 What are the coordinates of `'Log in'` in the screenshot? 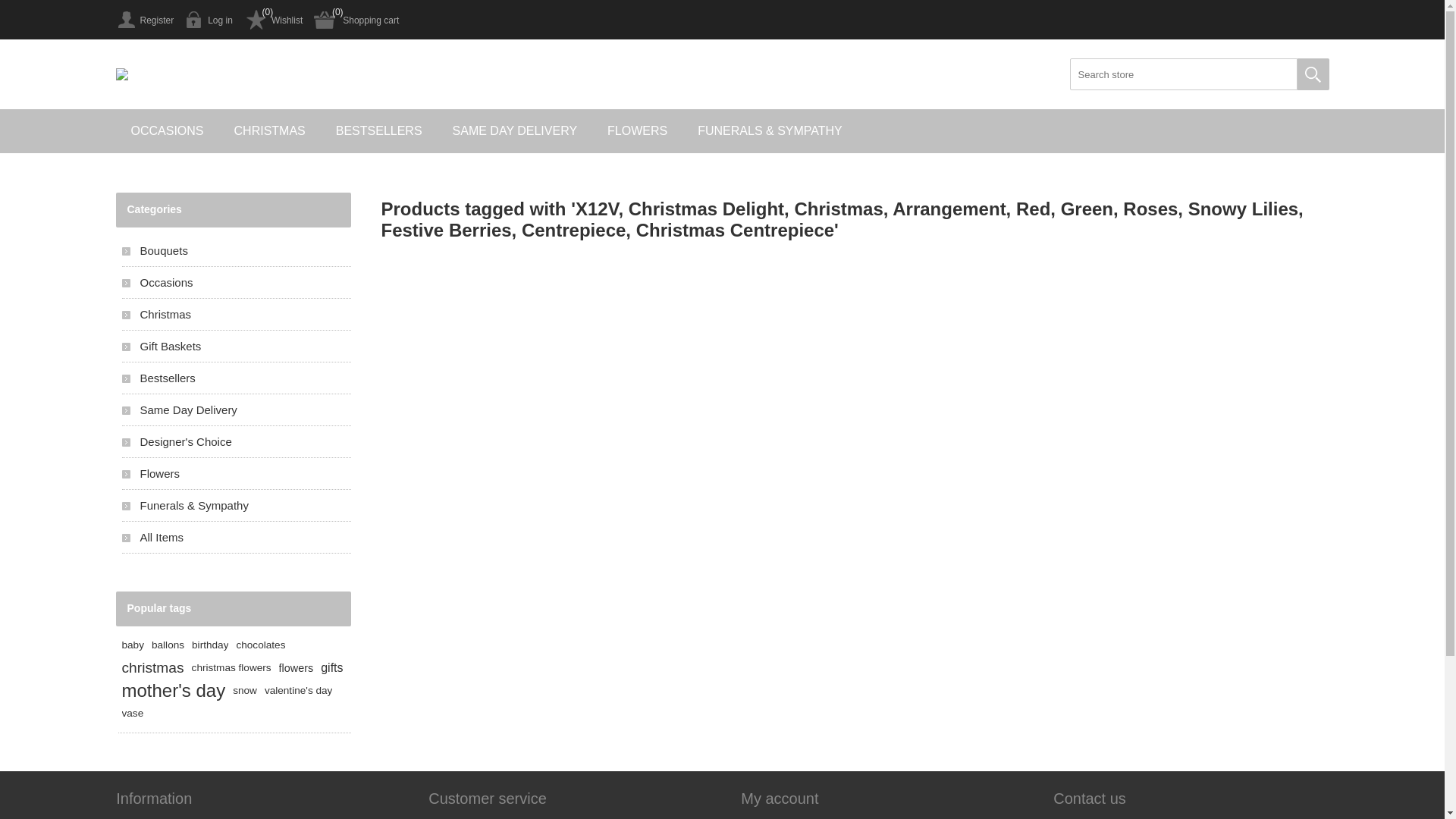 It's located at (208, 20).